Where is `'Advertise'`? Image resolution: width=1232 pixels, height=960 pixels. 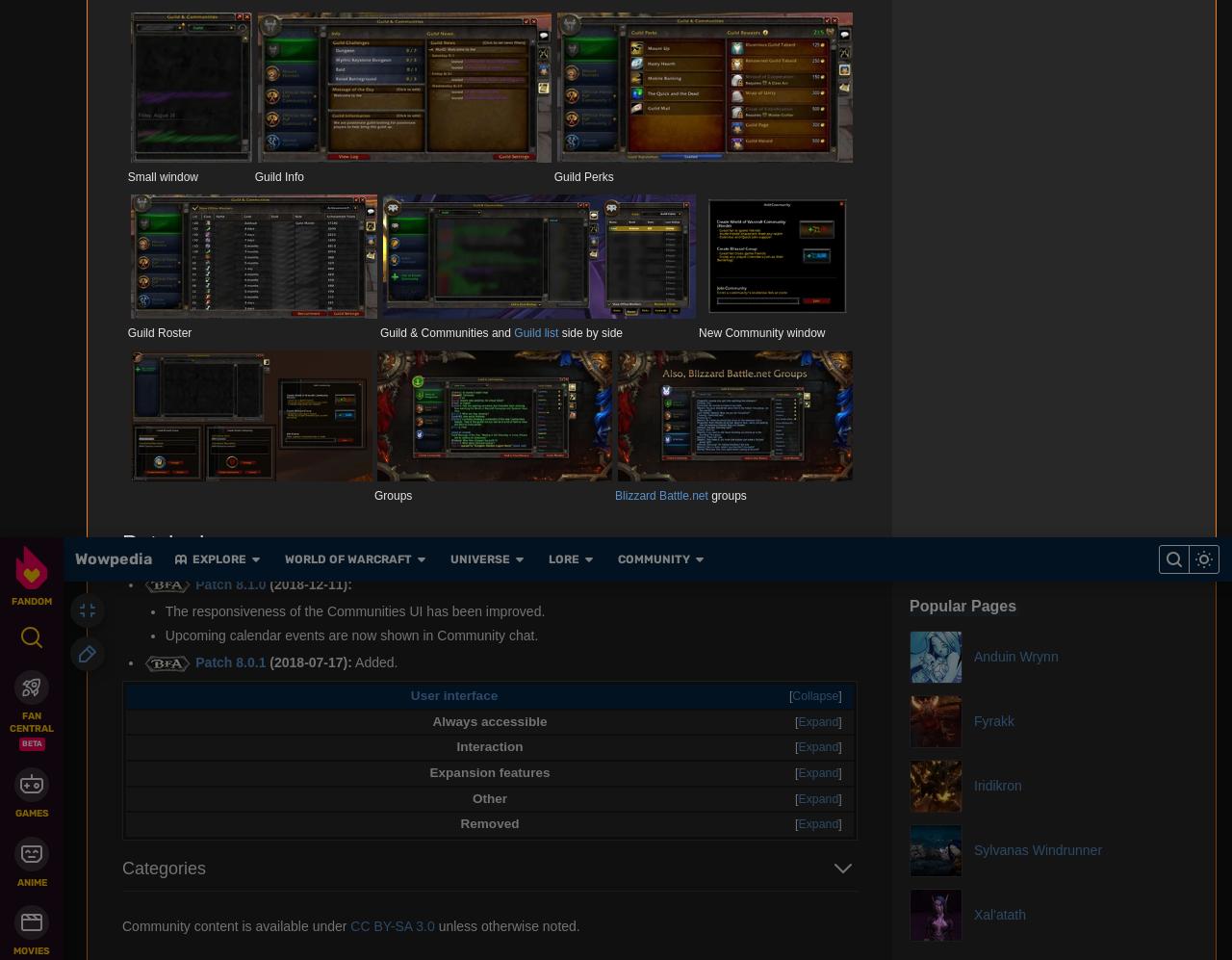 'Advertise' is located at coordinates (690, 209).